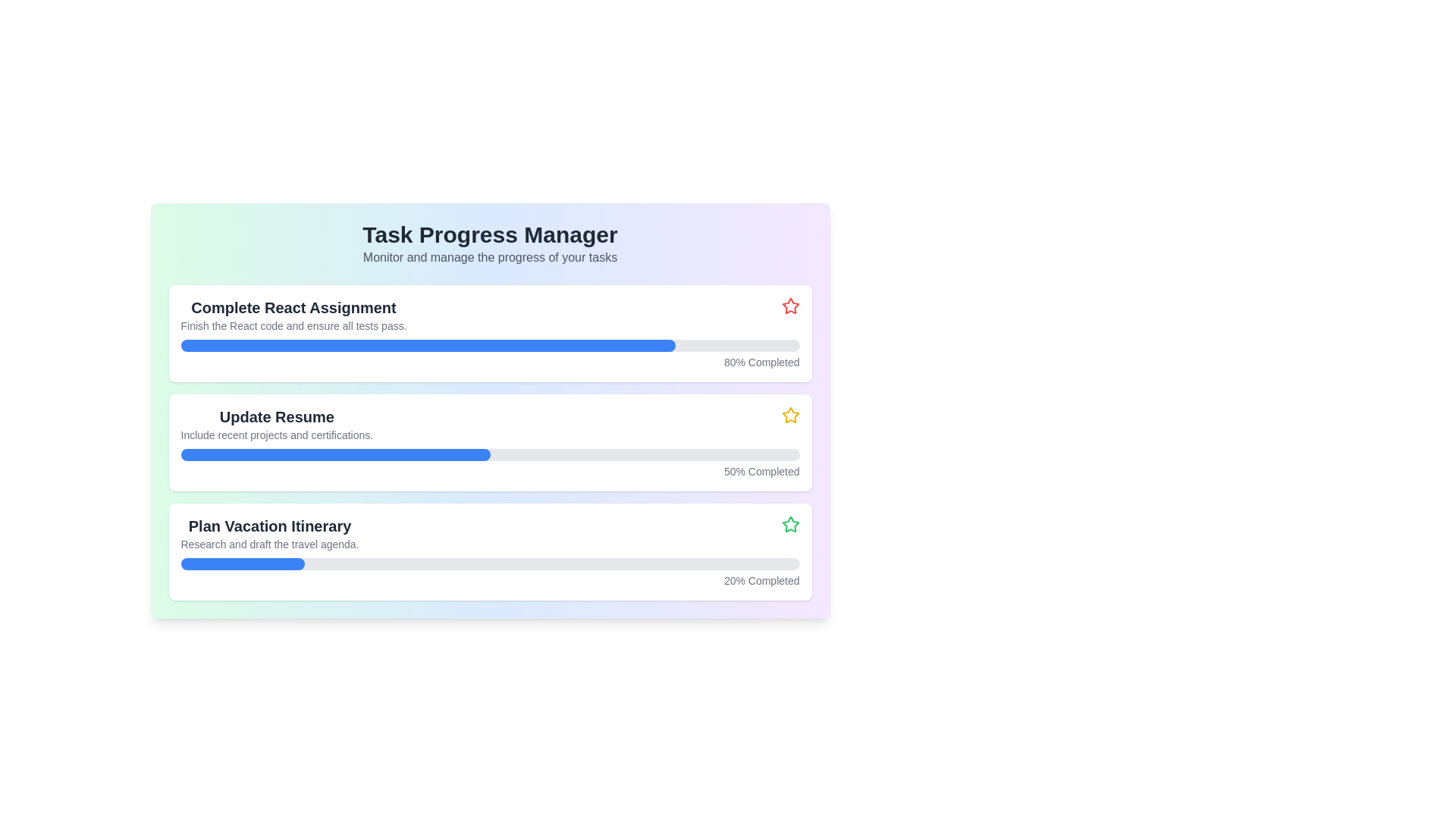 The image size is (1456, 819). I want to click on the horizontal progress bar with a gray background and blue-filled section indicating 20% progress, located in the third task card labeled 'Plan Vacation Itinerary', so click(490, 564).